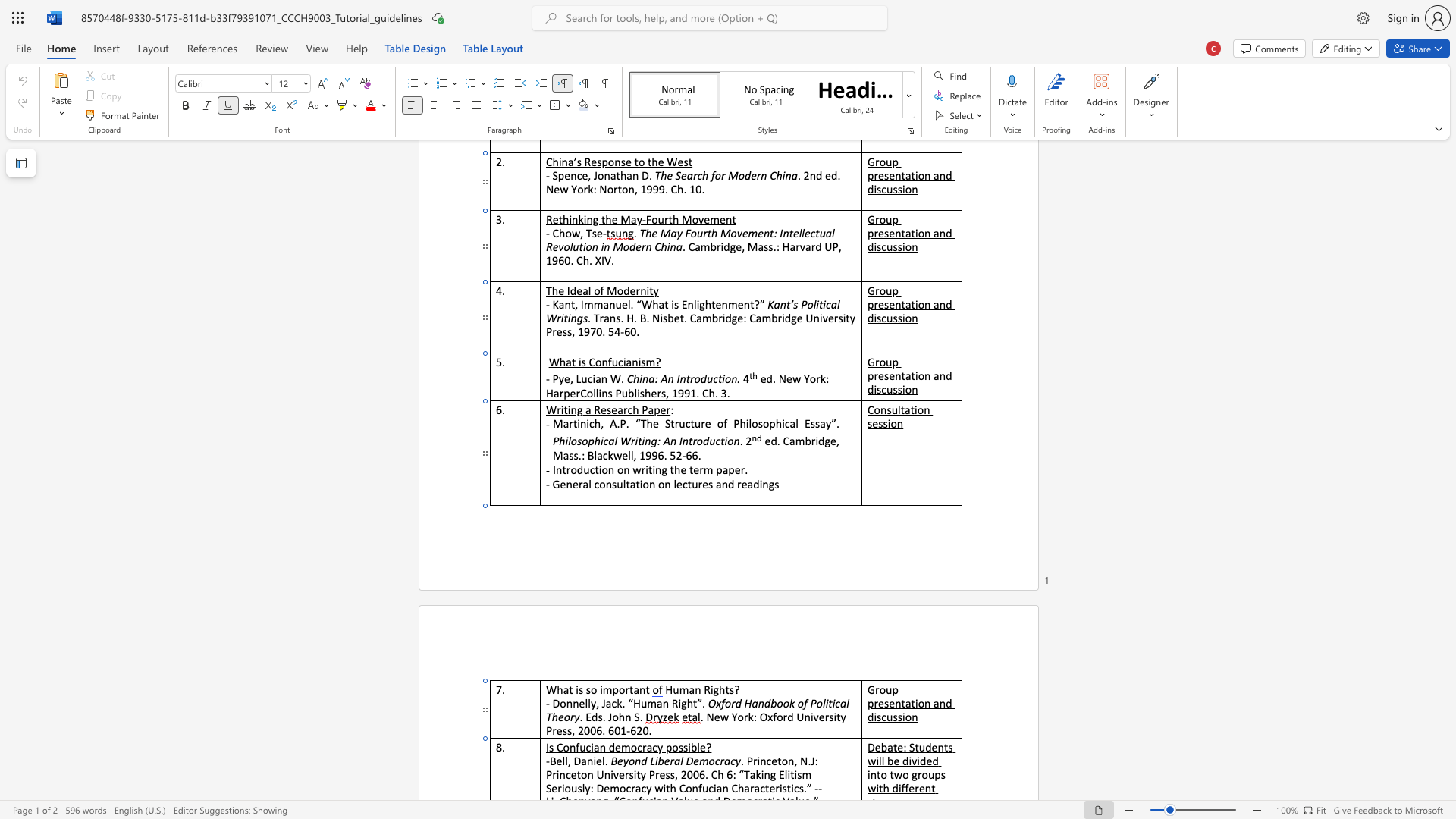 This screenshot has height=819, width=1456. Describe the element at coordinates (633, 746) in the screenshot. I see `the 2th character "o" in the text` at that location.